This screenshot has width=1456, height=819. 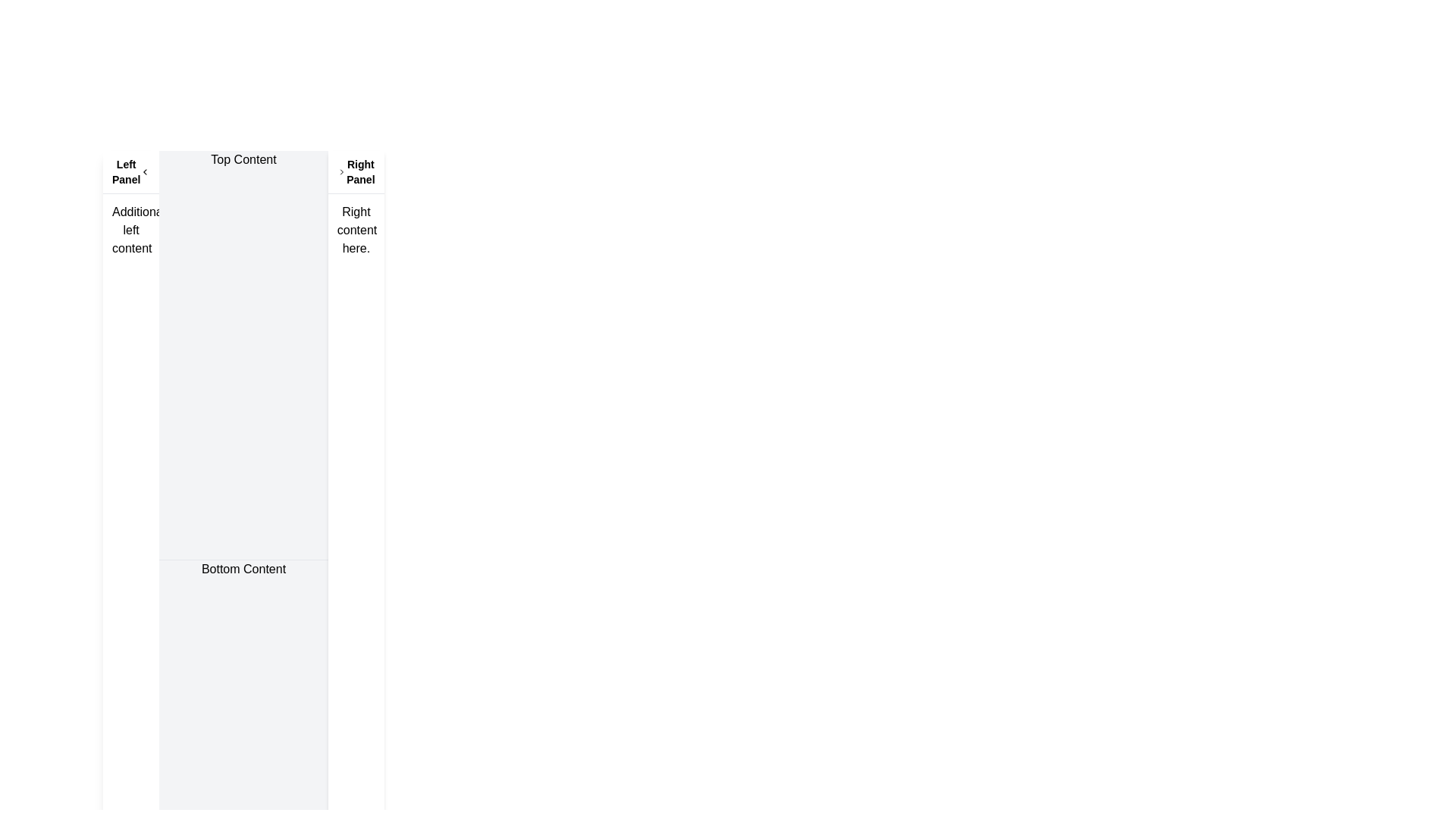 I want to click on the text block located in the 'Right Panel' below the header text 'Right Panel', so click(x=355, y=231).